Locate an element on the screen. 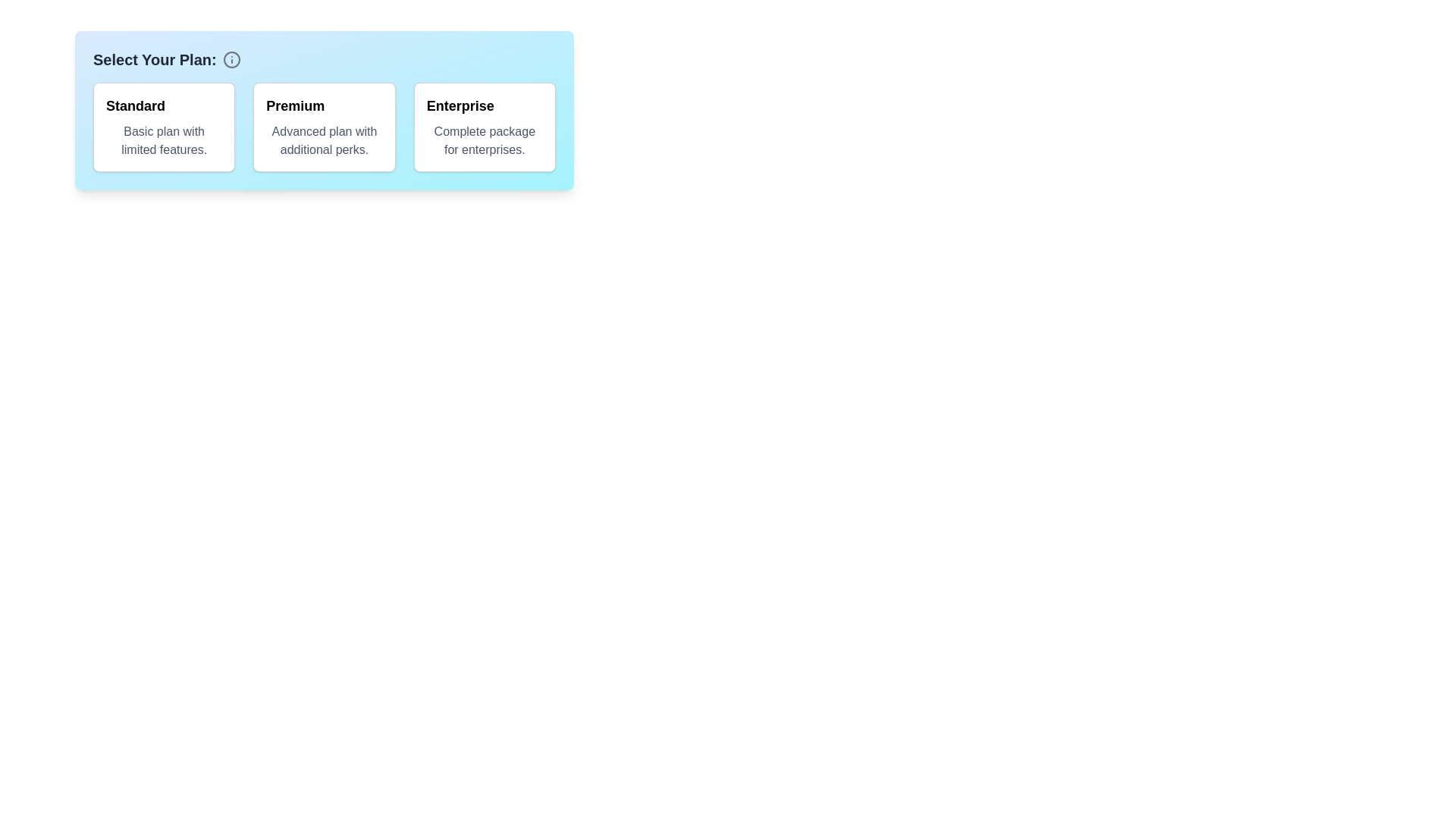 The image size is (1456, 819). the 'Premium' option card, which is the second card in a row of three is located at coordinates (323, 110).